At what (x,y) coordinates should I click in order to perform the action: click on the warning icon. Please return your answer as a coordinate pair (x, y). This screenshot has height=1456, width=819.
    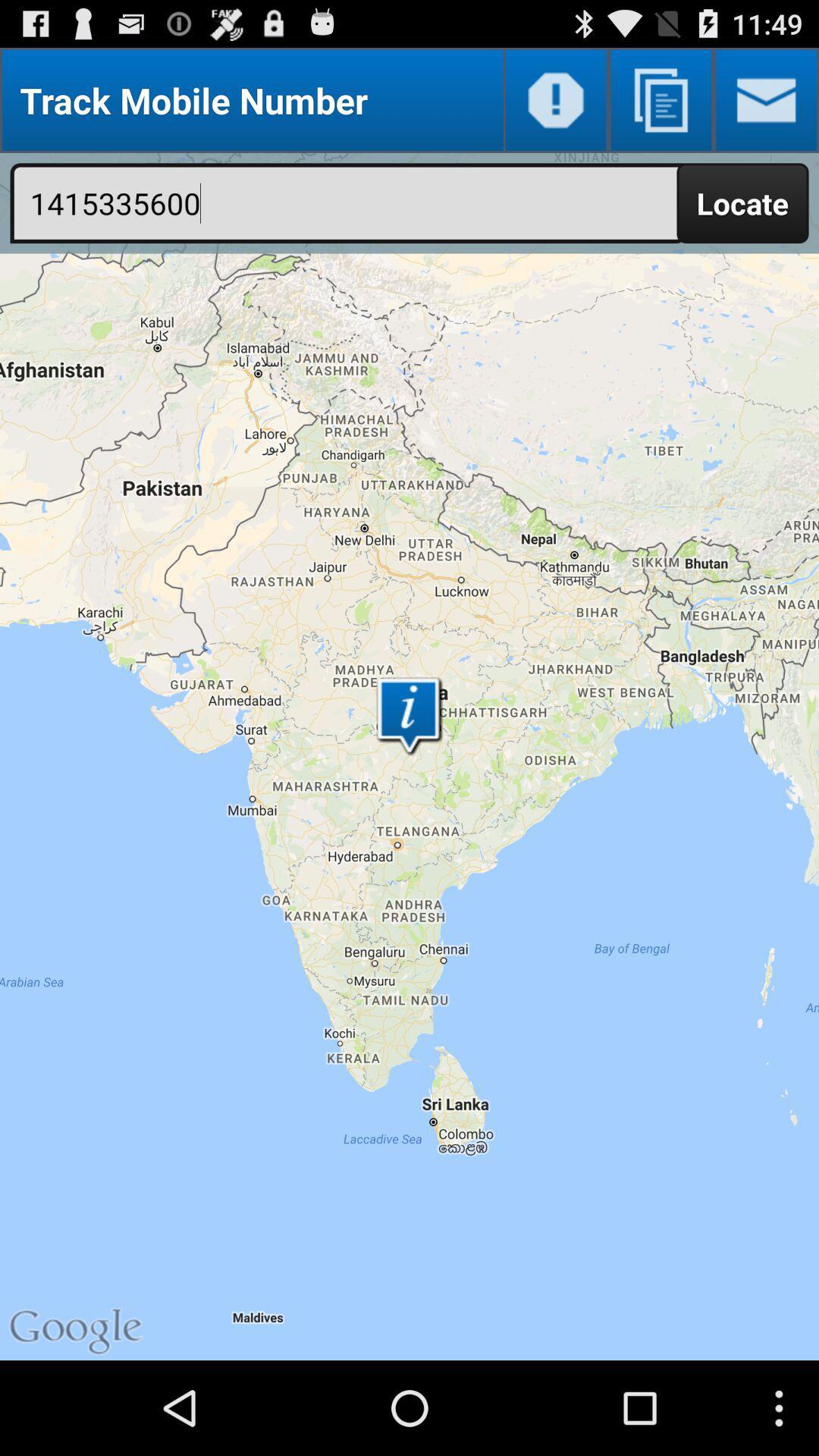
    Looking at the image, I should click on (556, 106).